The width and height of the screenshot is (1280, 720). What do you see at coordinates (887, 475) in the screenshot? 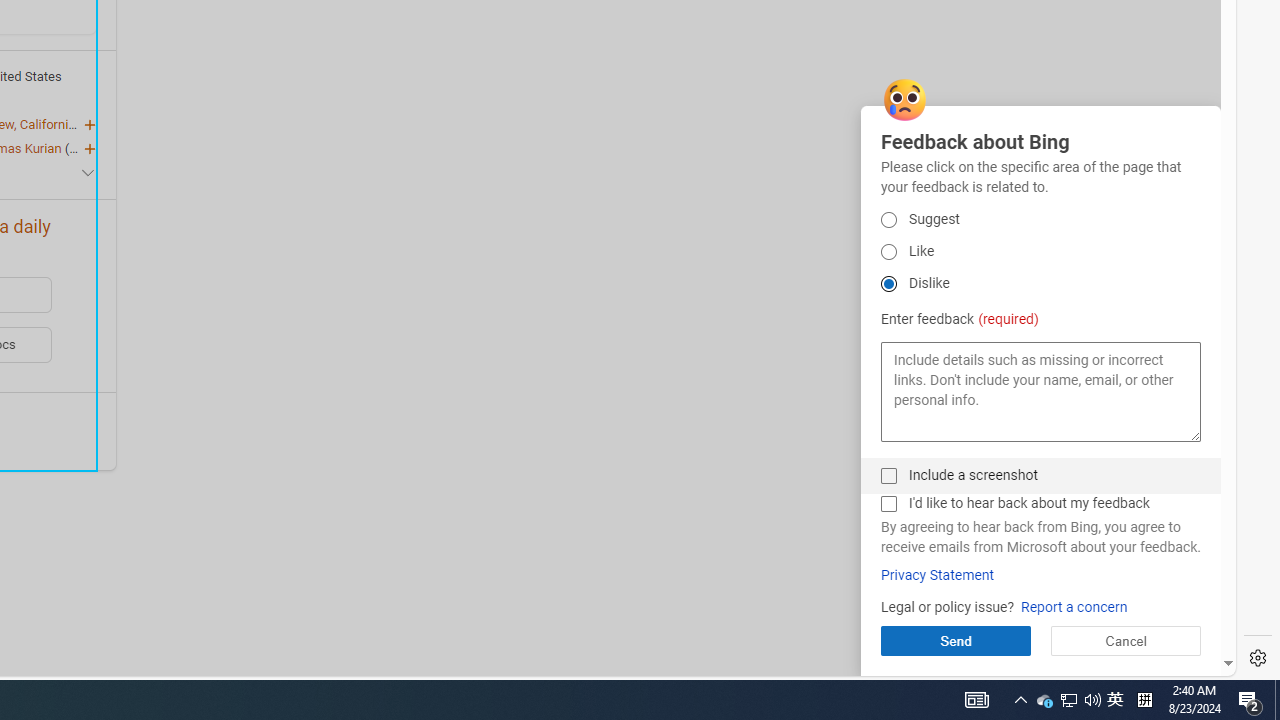
I see `'Include a screenshot'` at bounding box center [887, 475].